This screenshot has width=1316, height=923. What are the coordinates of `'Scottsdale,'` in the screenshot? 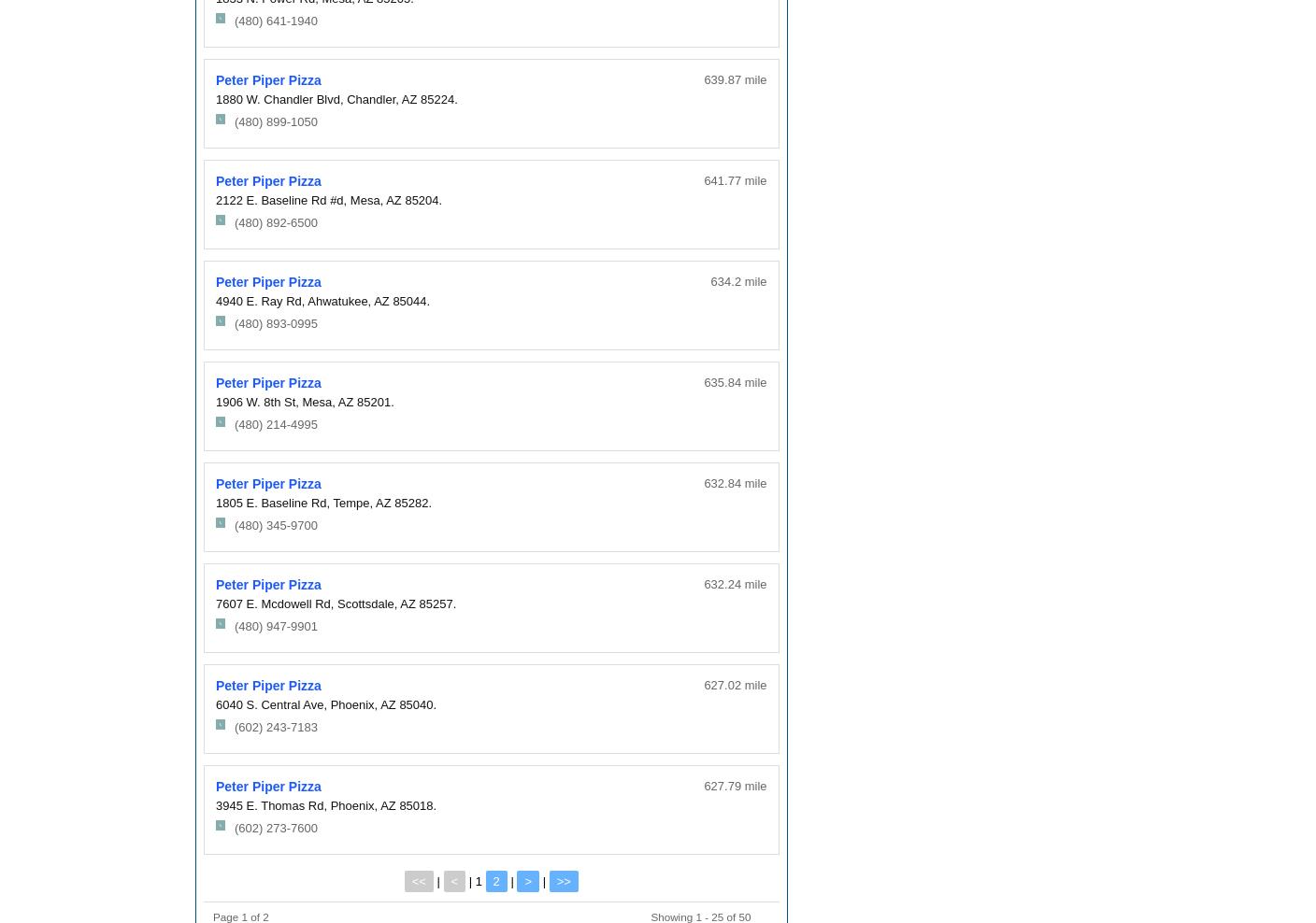 It's located at (365, 602).